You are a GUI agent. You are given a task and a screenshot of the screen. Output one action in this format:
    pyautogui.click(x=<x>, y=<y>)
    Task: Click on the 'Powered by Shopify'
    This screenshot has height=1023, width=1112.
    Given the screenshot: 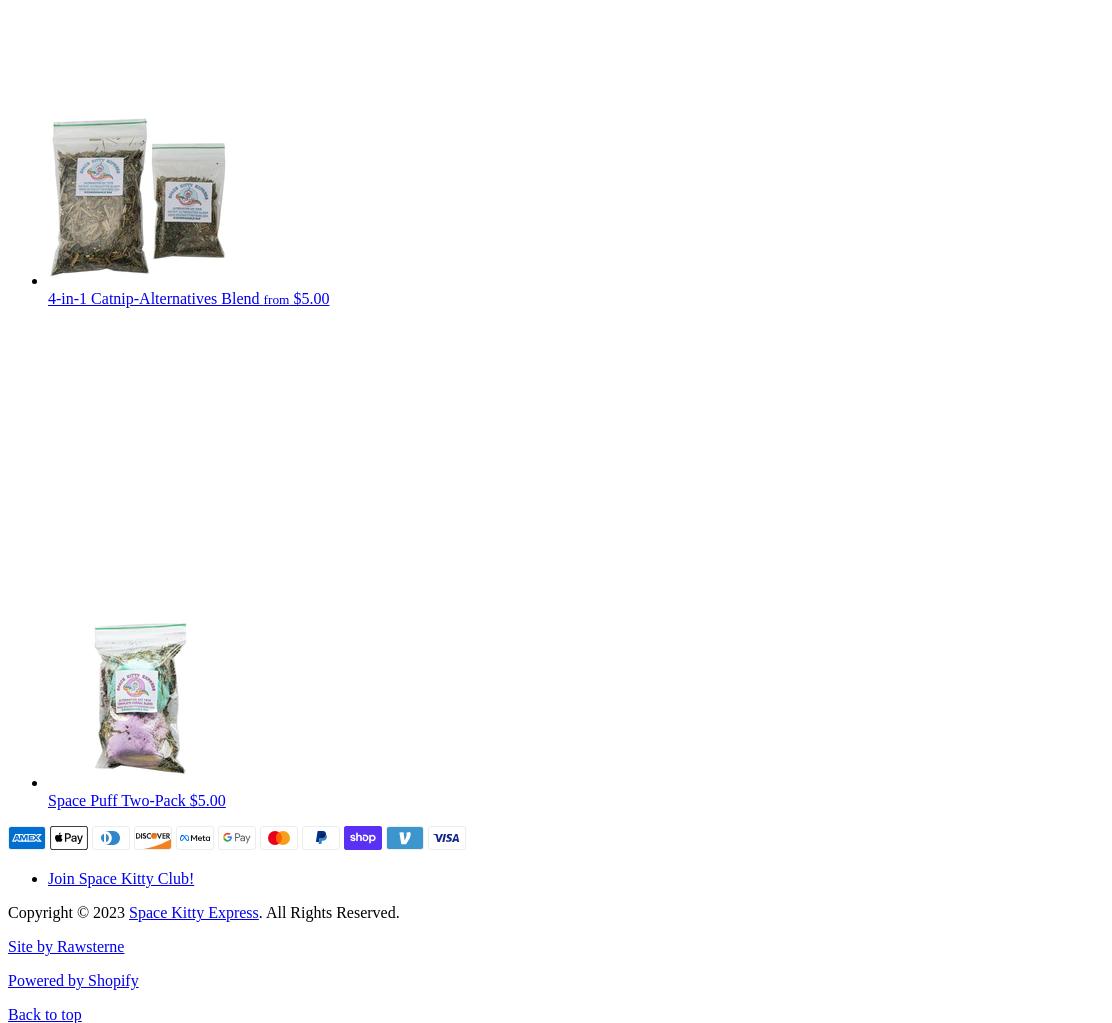 What is the action you would take?
    pyautogui.click(x=71, y=980)
    